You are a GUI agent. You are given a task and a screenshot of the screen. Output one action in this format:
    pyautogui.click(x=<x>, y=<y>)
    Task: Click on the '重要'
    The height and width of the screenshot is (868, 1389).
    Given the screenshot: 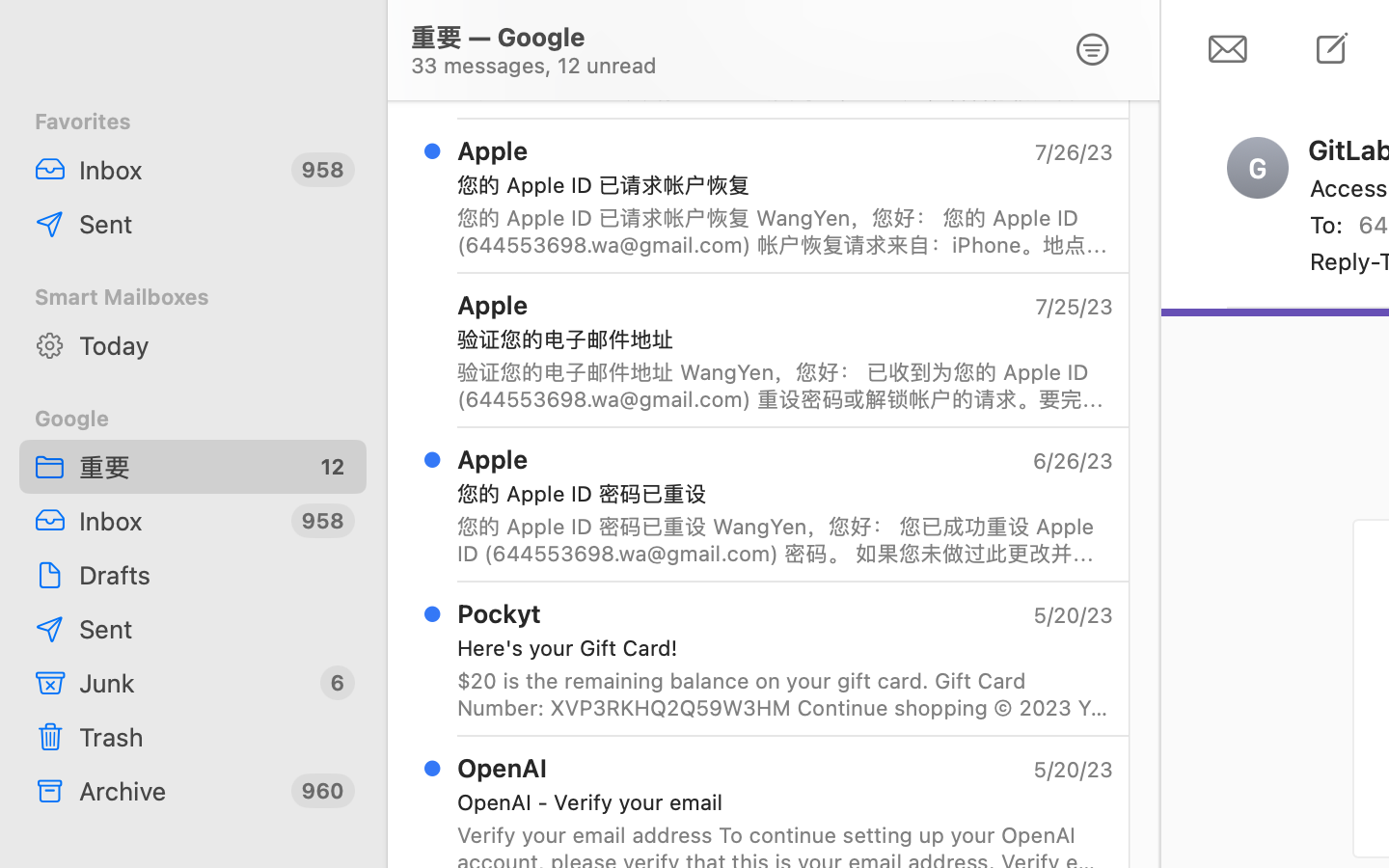 What is the action you would take?
    pyautogui.click(x=186, y=466)
    